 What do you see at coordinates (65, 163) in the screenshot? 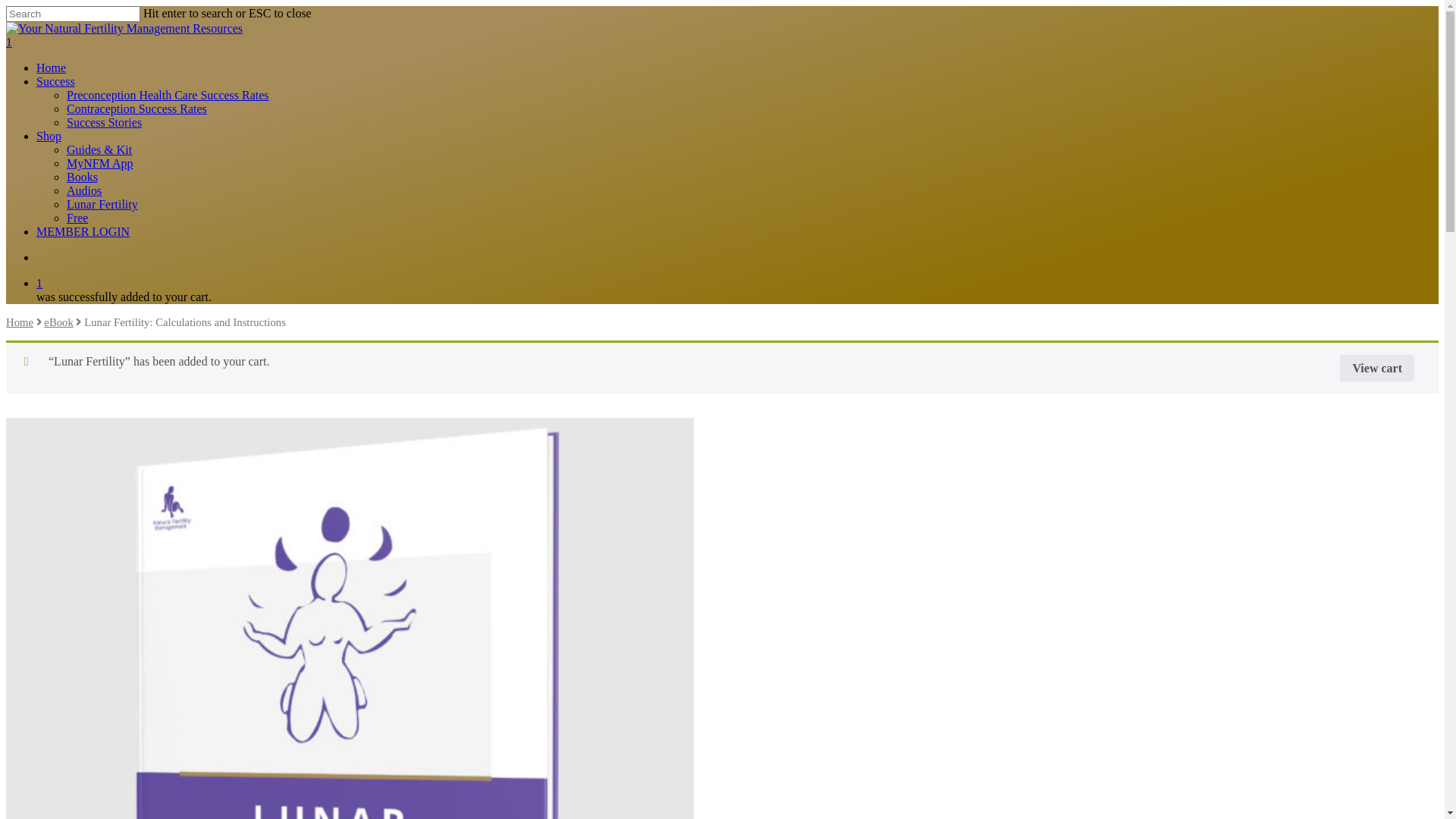
I see `'MyNFM App'` at bounding box center [65, 163].